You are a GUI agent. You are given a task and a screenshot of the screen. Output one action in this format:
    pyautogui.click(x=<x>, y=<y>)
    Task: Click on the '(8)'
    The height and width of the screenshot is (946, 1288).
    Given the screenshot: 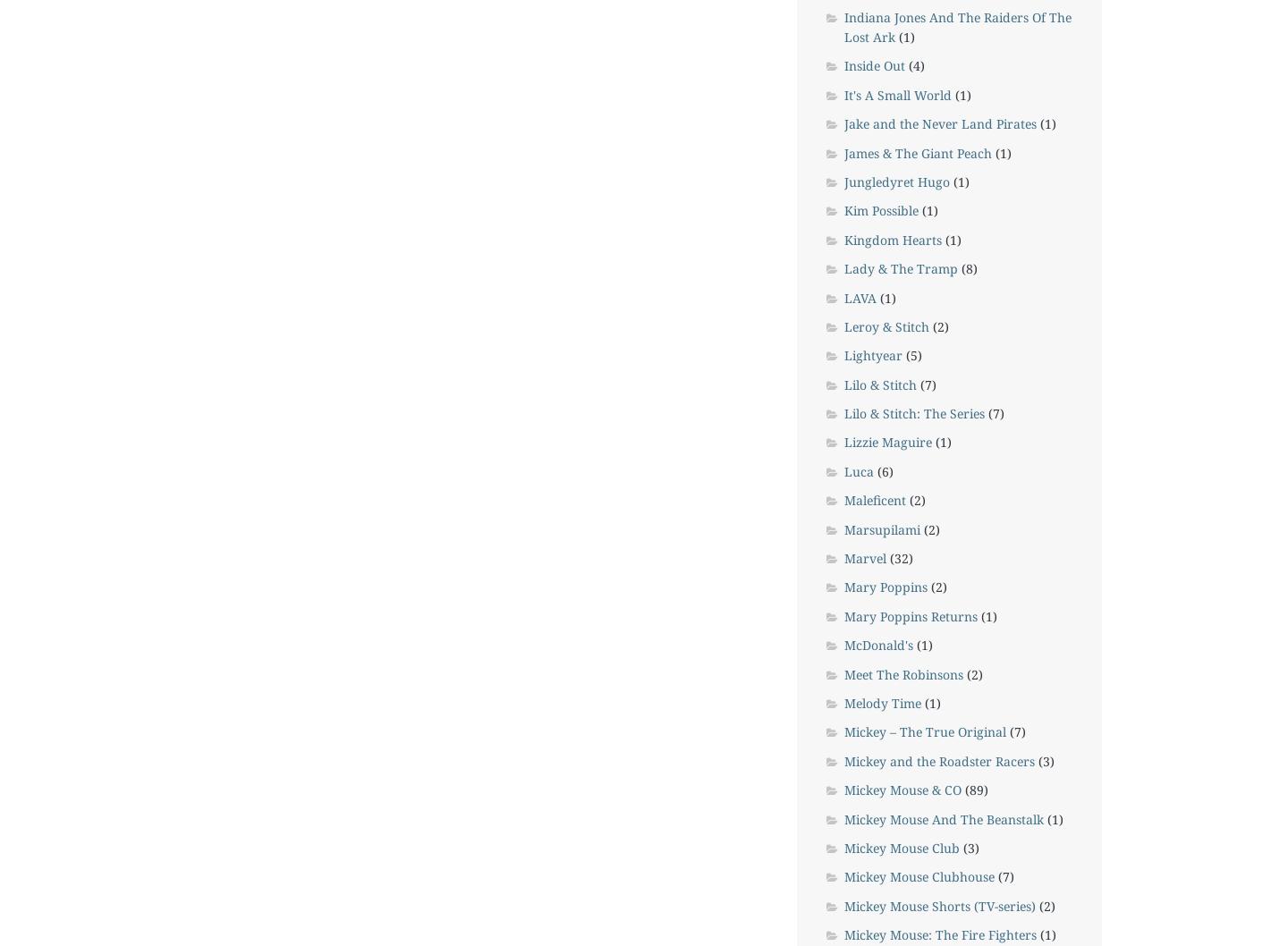 What is the action you would take?
    pyautogui.click(x=966, y=267)
    